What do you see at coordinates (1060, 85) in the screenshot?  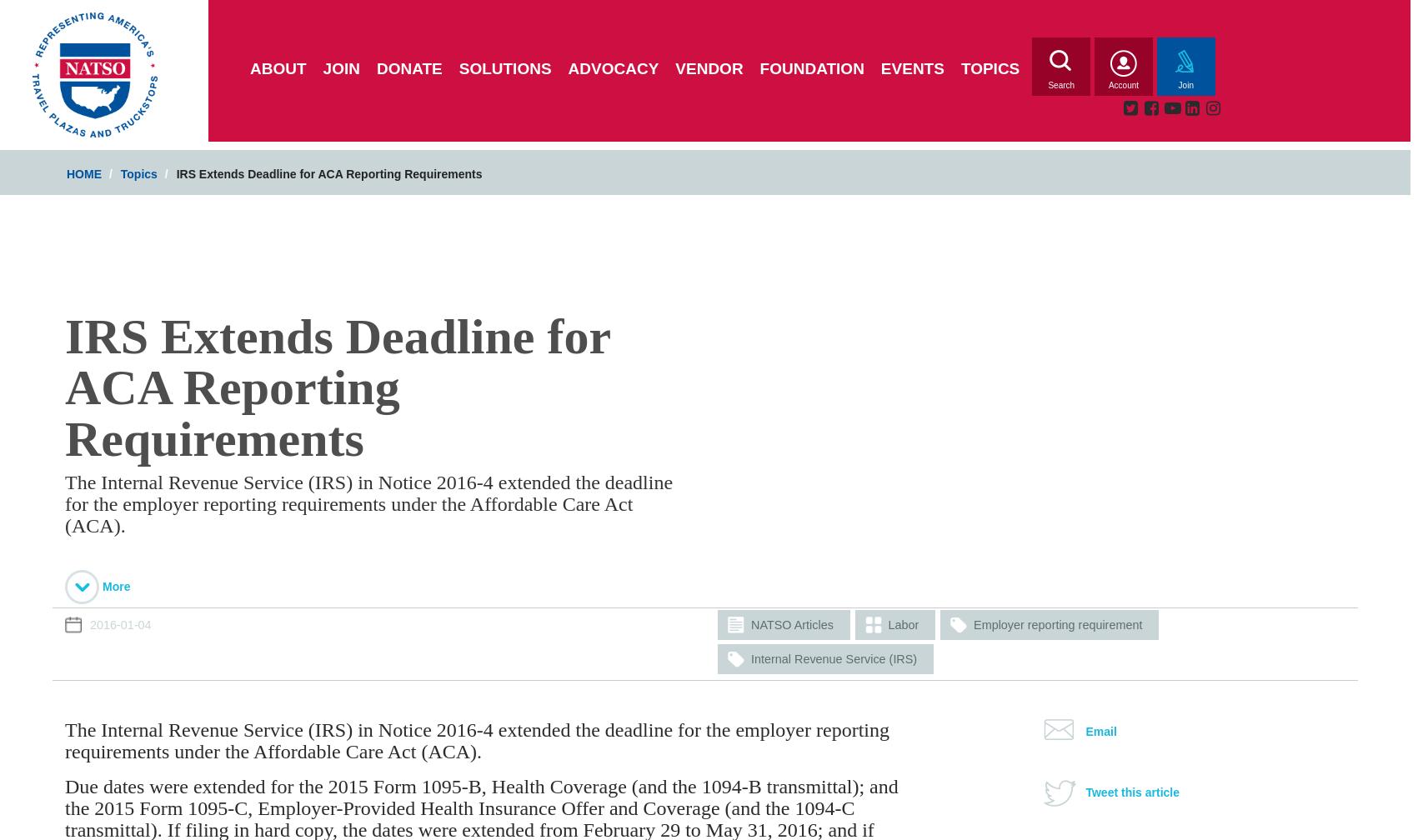 I see `'Search'` at bounding box center [1060, 85].